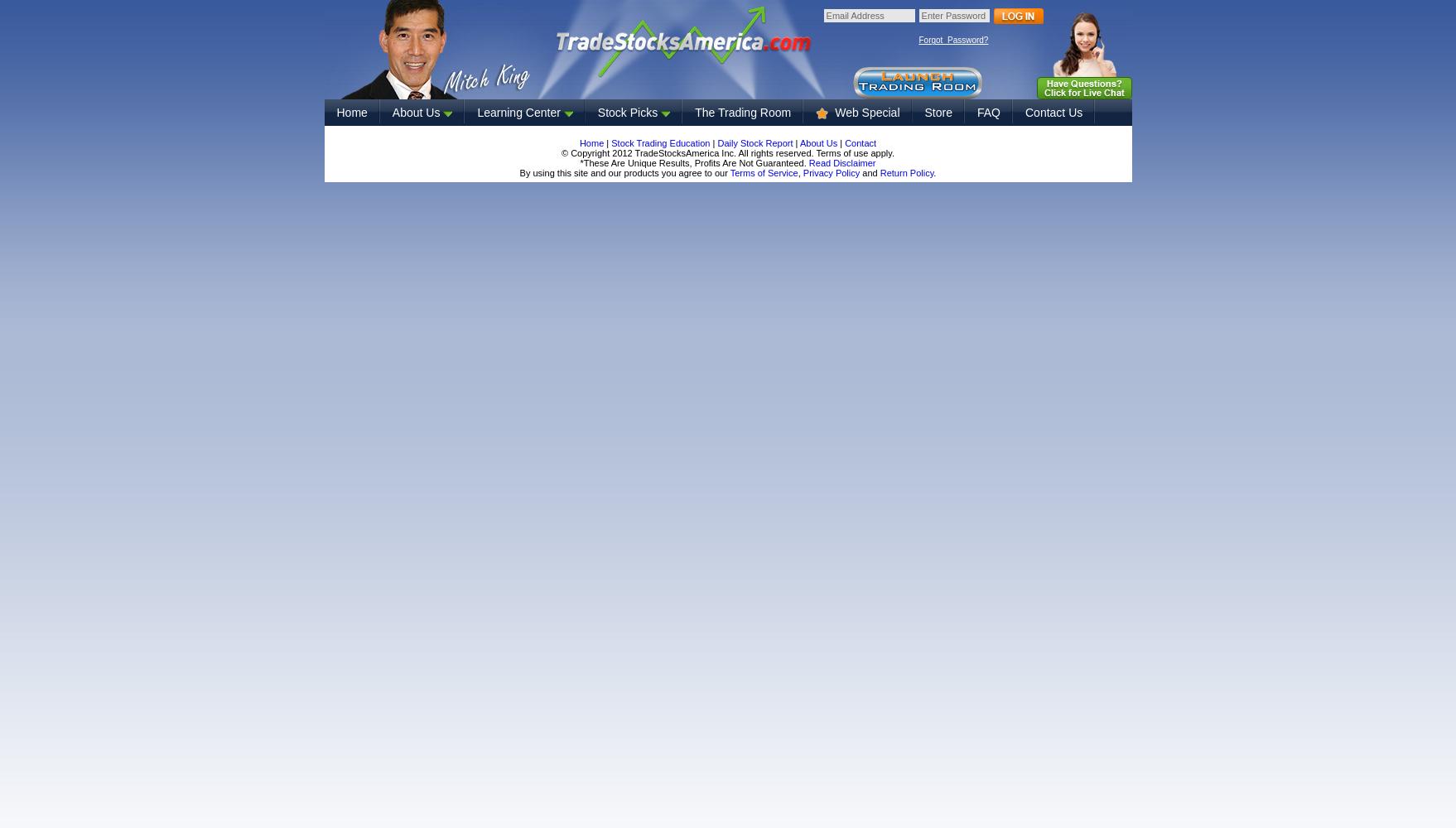 The height and width of the screenshot is (828, 1456). Describe the element at coordinates (841, 162) in the screenshot. I see `'Read Disclaimer'` at that location.